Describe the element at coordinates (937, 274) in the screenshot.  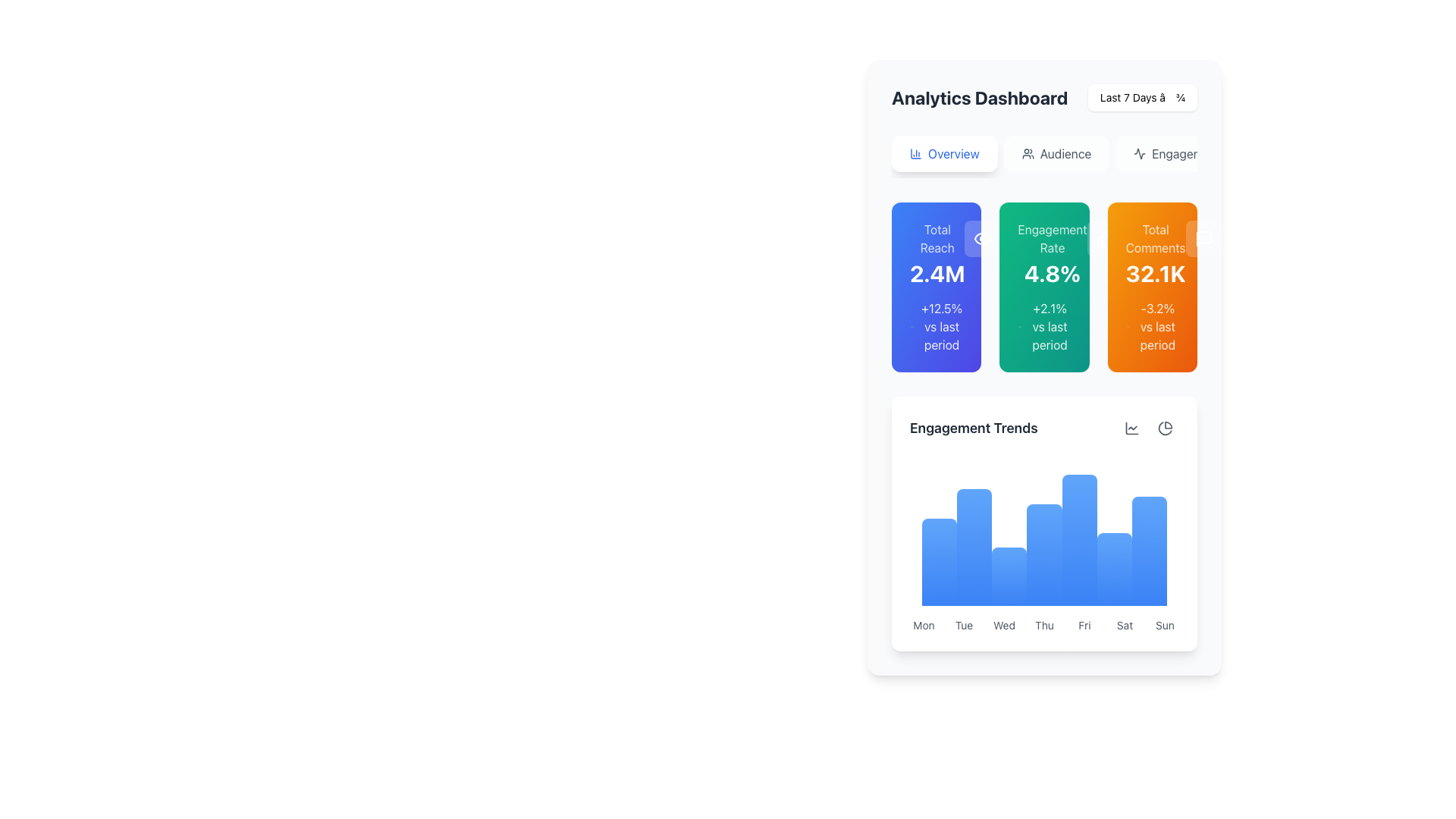
I see `the Numeric display field that shows '2.4M' in dark blue, located beneath the 'Total Reach' label on the analytics dashboard` at that location.